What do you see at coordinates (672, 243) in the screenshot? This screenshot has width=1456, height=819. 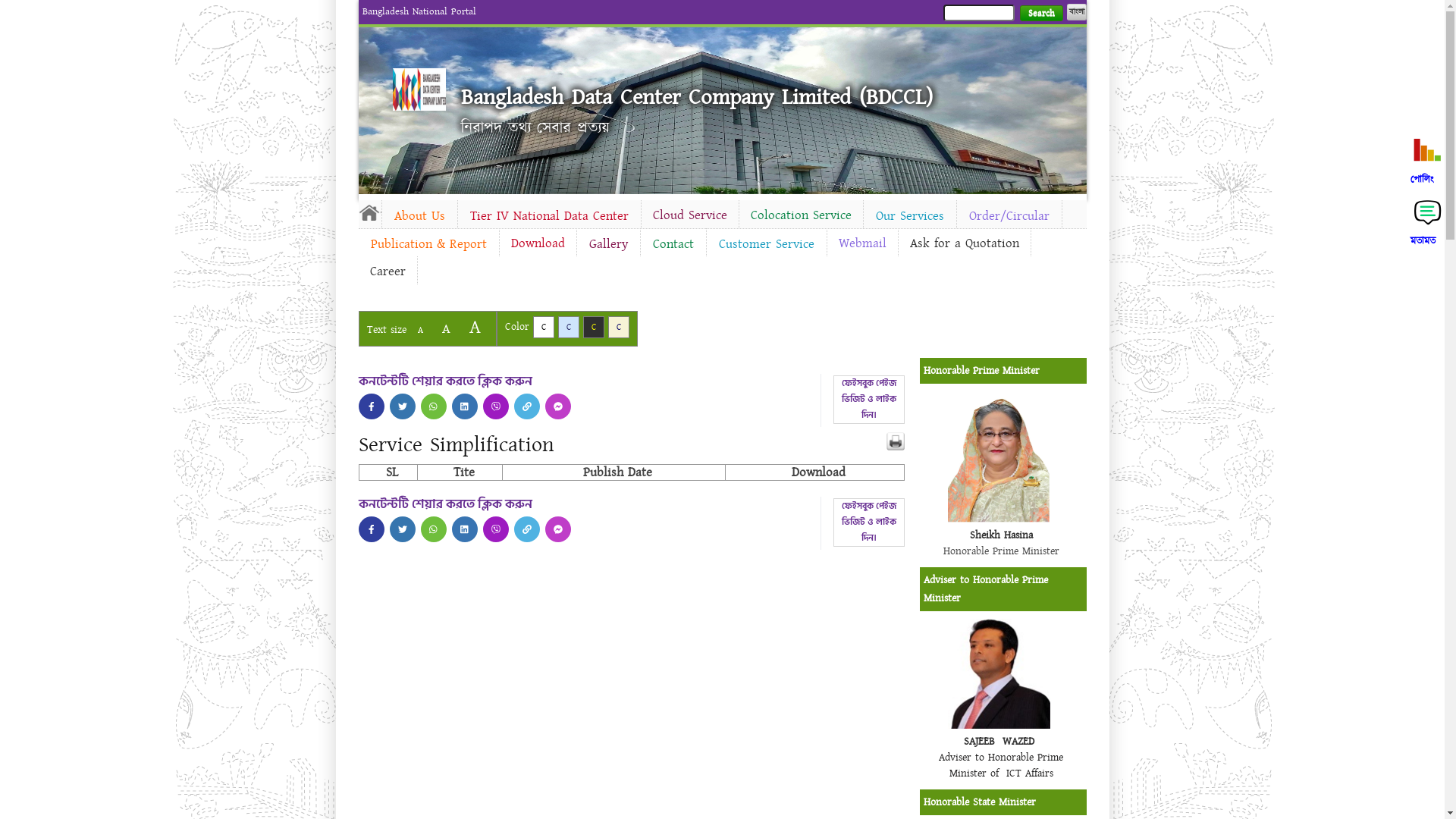 I see `'Contact'` at bounding box center [672, 243].